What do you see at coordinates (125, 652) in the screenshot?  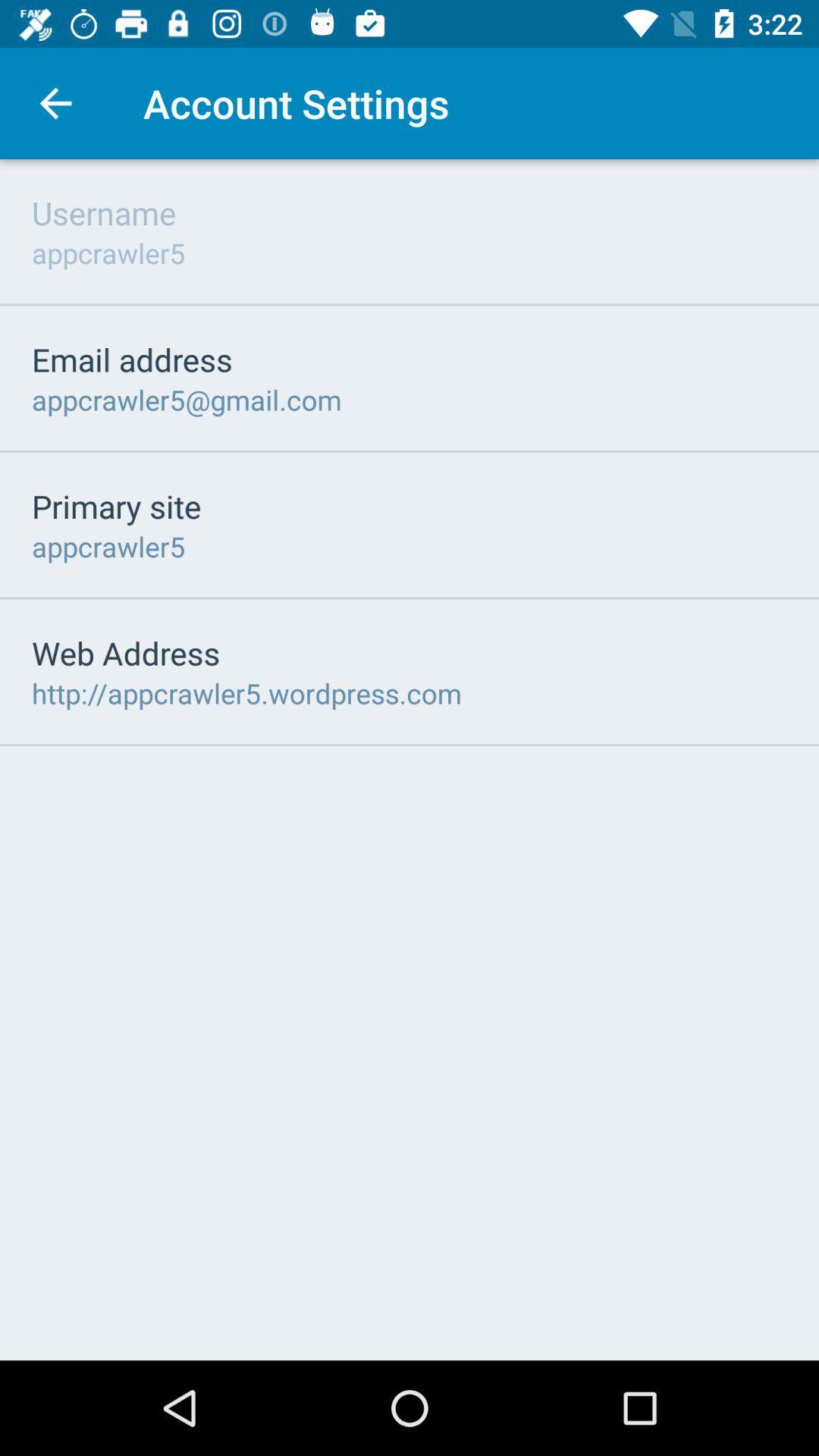 I see `the web address item` at bounding box center [125, 652].